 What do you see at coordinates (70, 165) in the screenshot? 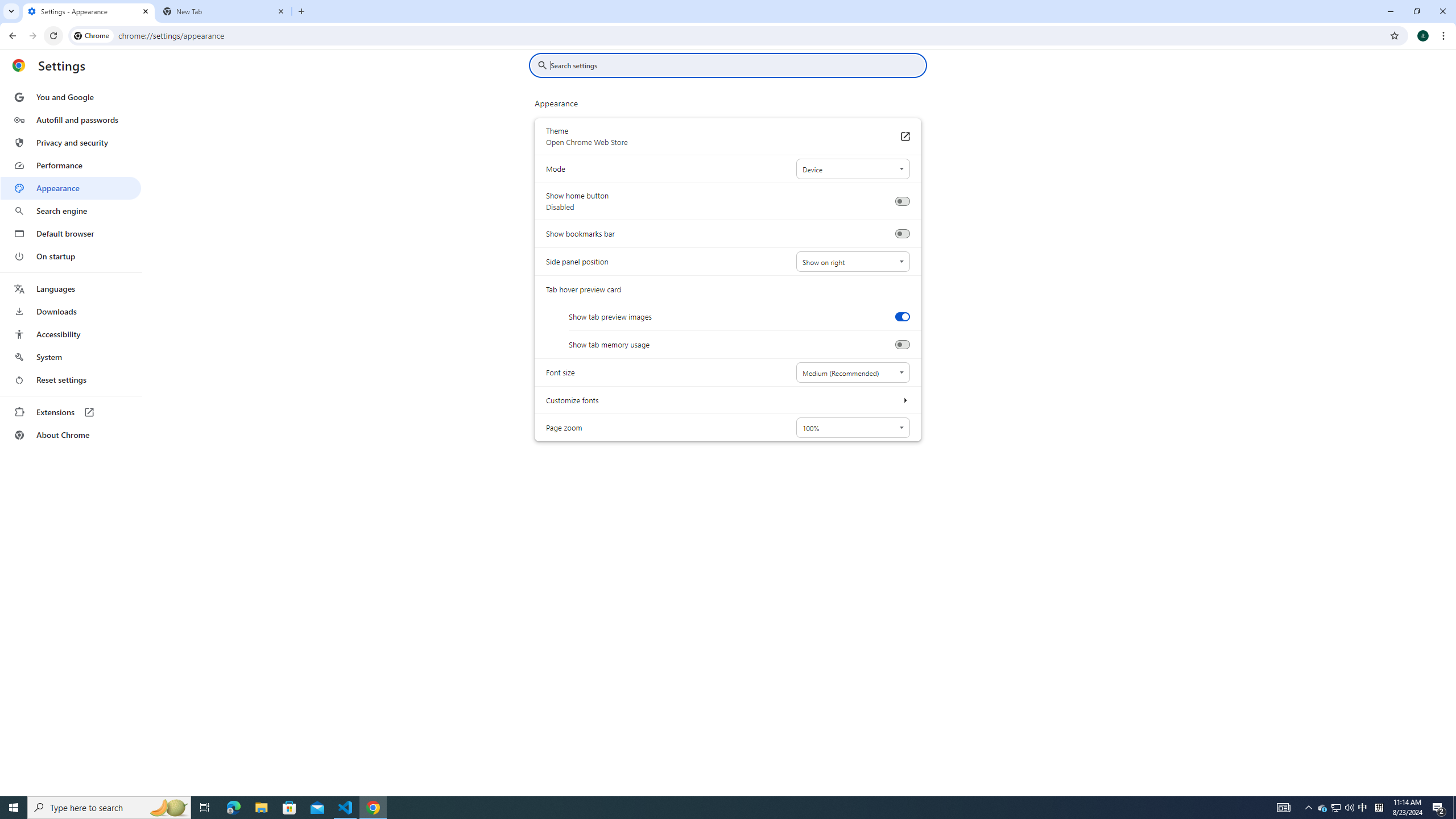
I see `'Performance'` at bounding box center [70, 165].